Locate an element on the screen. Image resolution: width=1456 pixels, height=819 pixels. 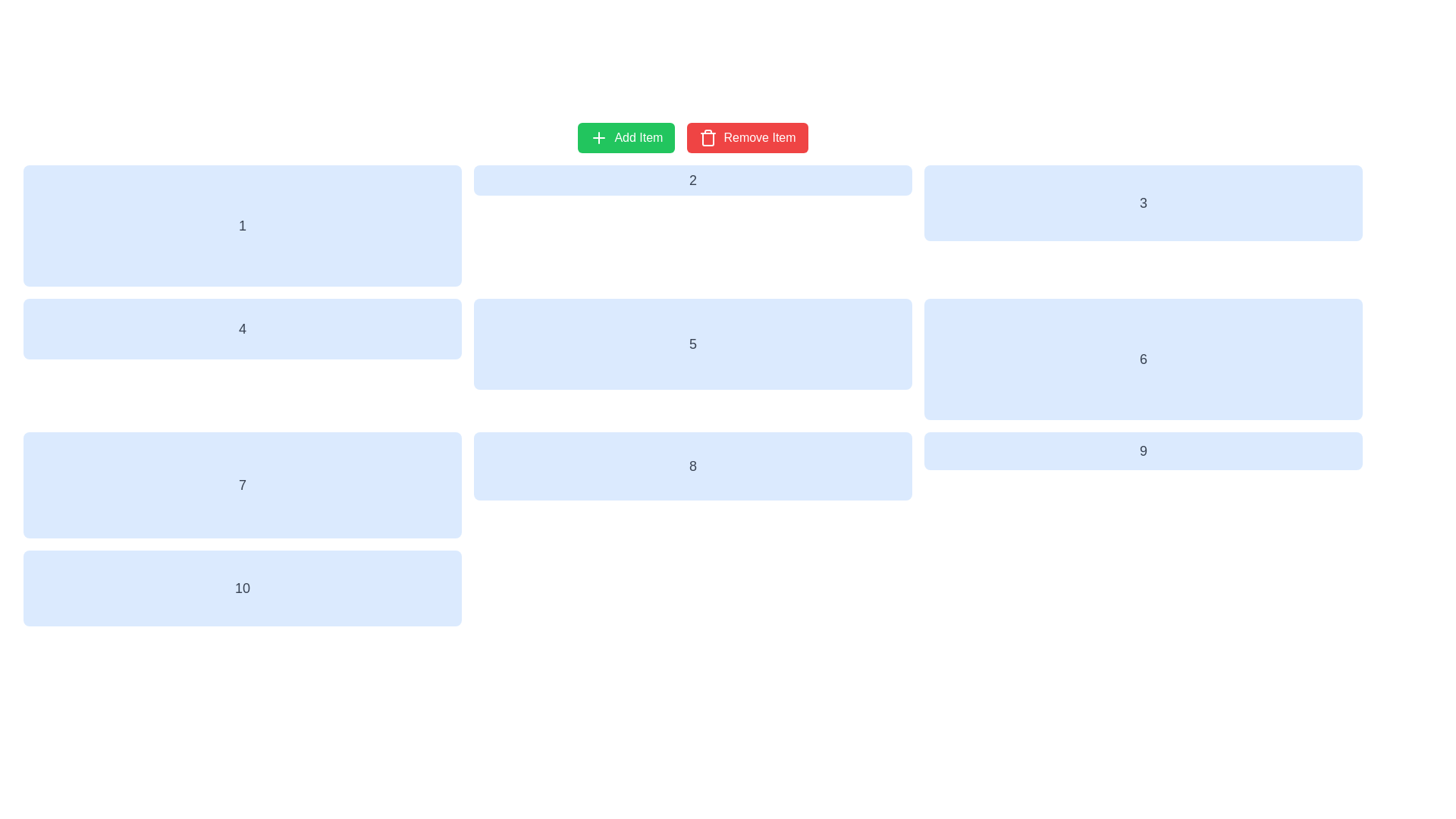
the green 'Add Item' button featuring a '+' icon is located at coordinates (626, 137).